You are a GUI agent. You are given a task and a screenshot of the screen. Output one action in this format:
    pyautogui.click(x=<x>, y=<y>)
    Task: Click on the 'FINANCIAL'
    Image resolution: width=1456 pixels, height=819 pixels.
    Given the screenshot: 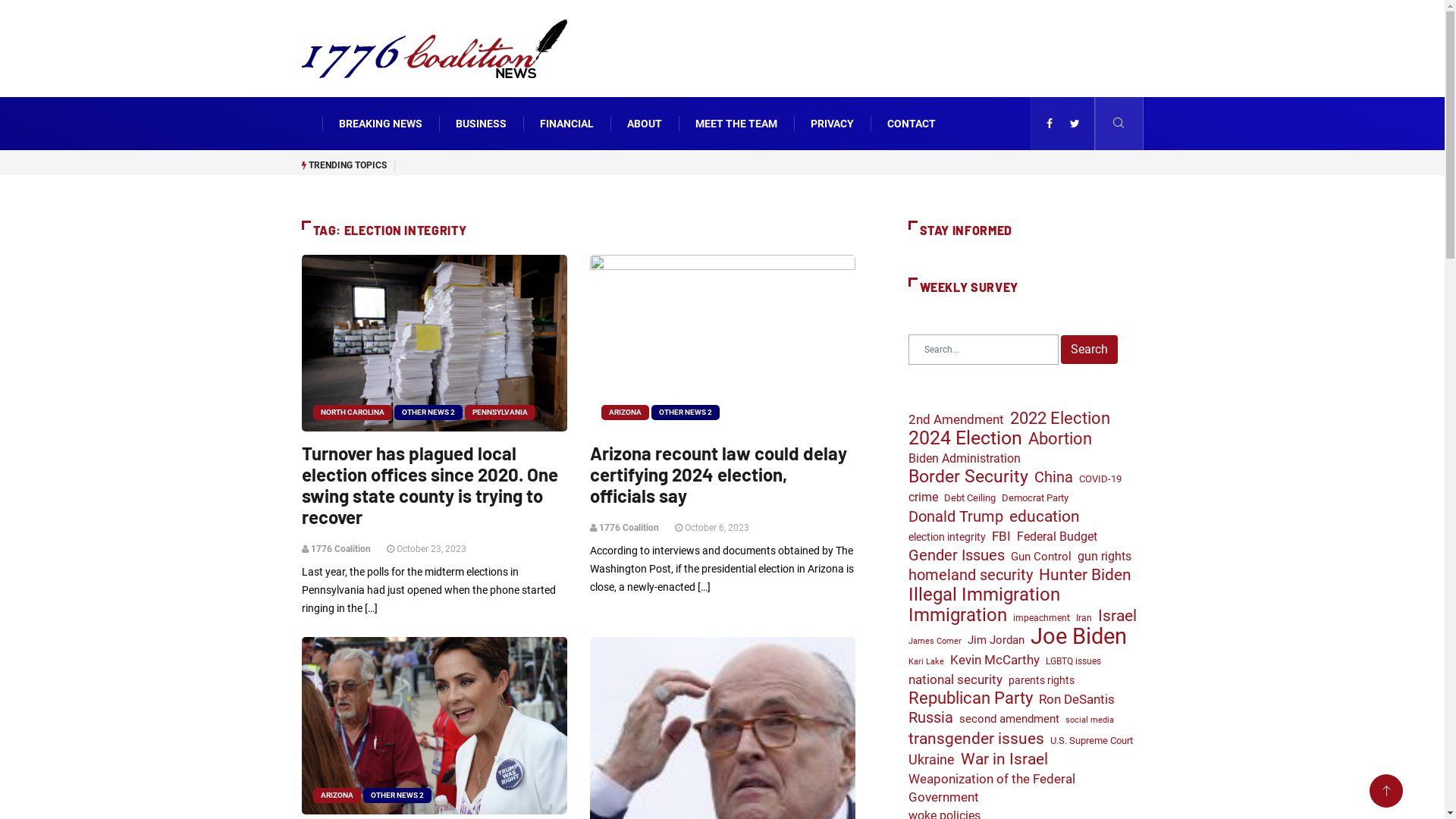 What is the action you would take?
    pyautogui.click(x=566, y=122)
    